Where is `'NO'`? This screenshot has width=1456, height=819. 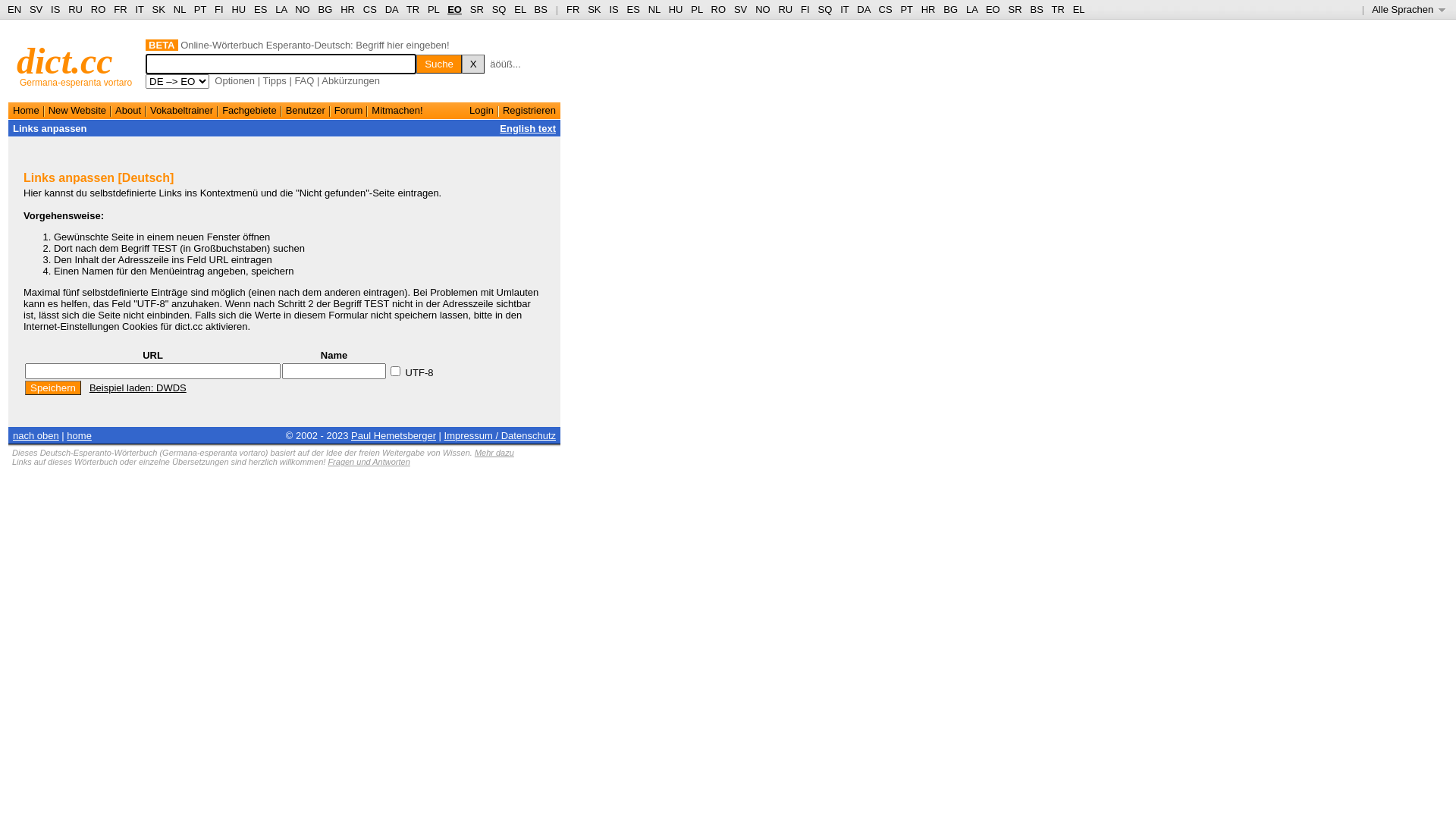
'NO' is located at coordinates (763, 9).